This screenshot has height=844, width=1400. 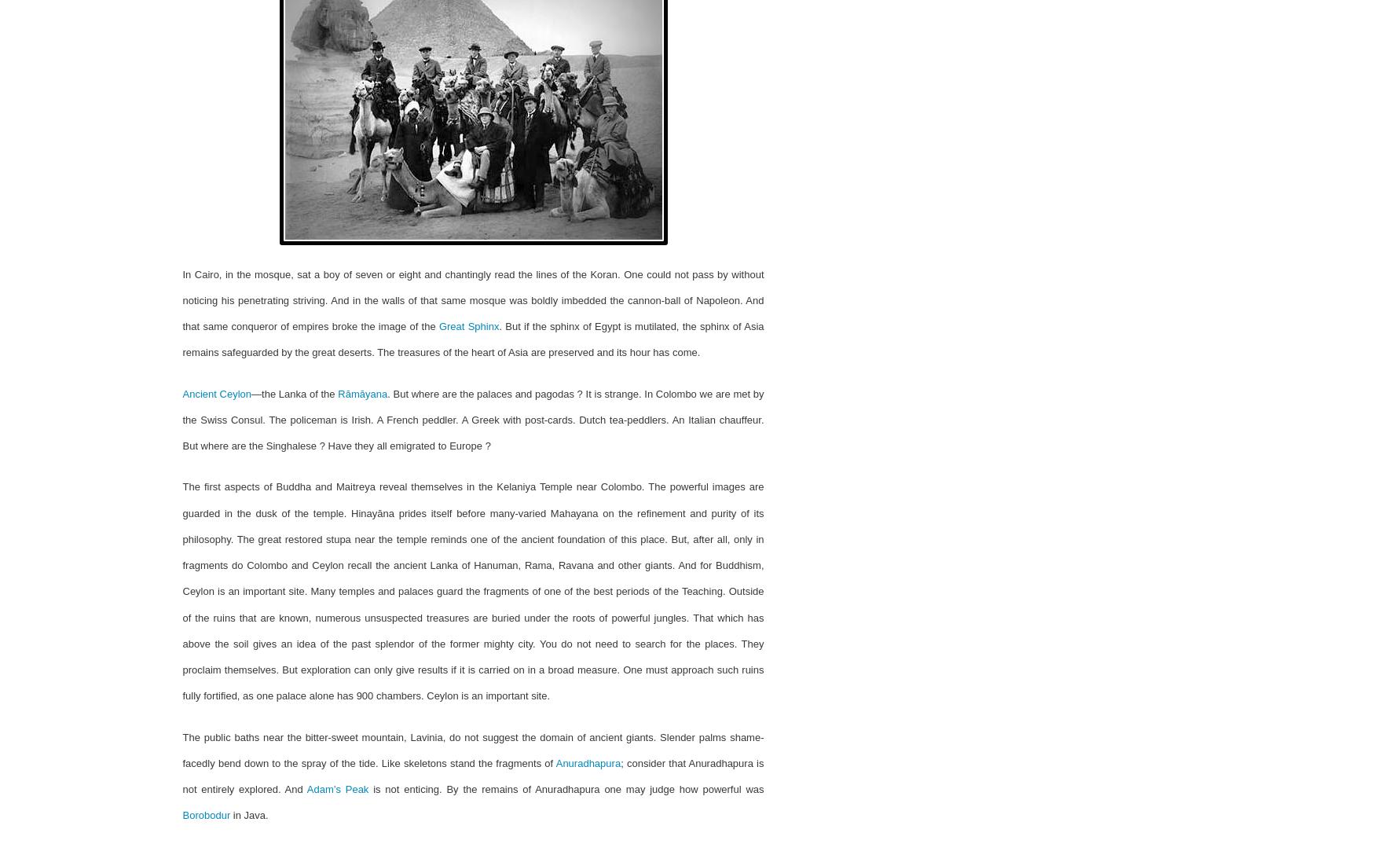 I want to click on '. But where are the palaces and pagodas ? It is strange. In Colombo we are met by the Swiss Consul. The policeman is Irish. A French peddler. A Greek with post-cards. Dutch tea-peddlers. An Italian chauffeur. But where are the Singhalese ? Have they all emigrated to Europe ?', so click(x=472, y=419).